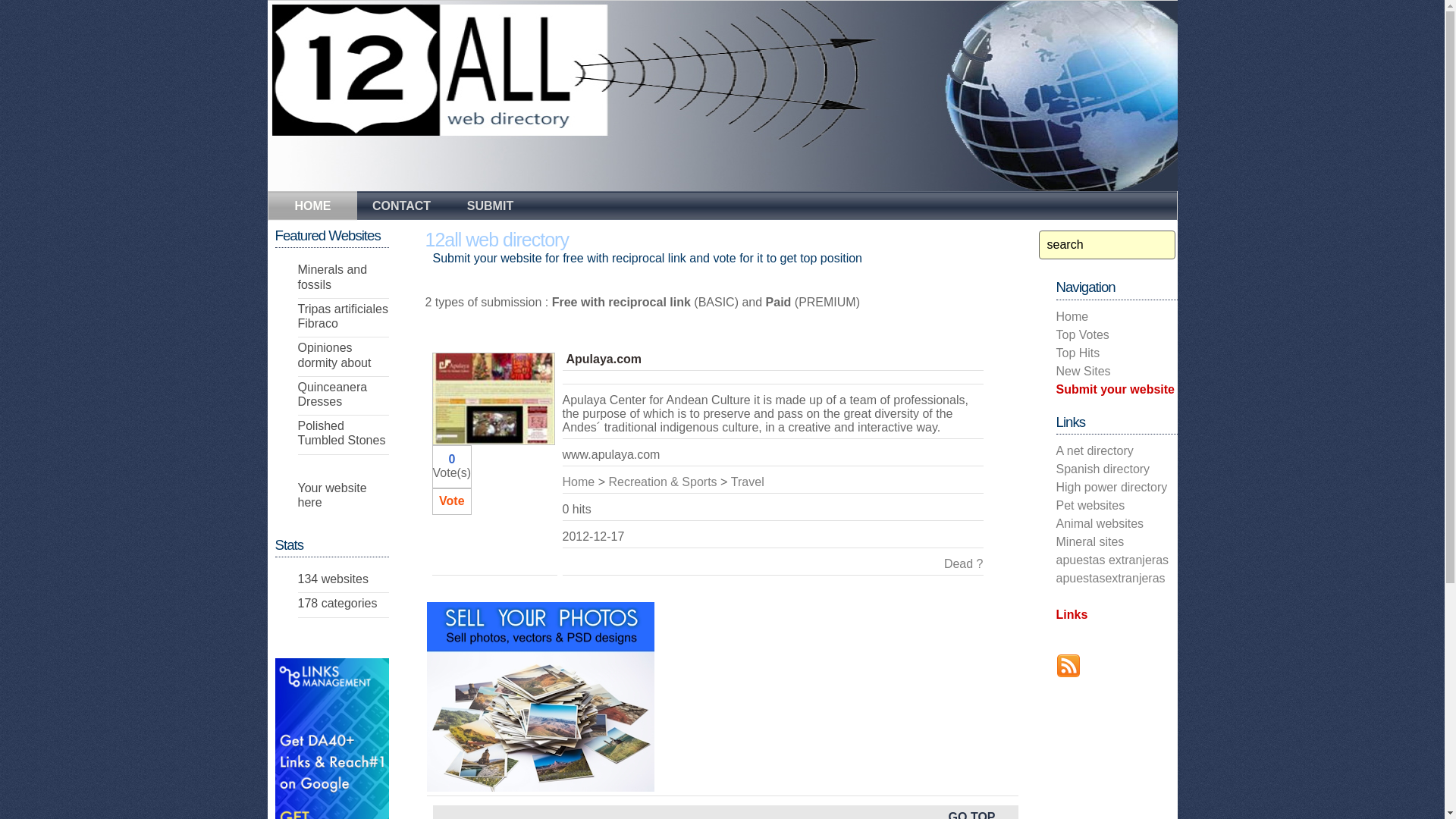 The height and width of the screenshot is (819, 1456). I want to click on 'Animal websites', so click(1099, 522).